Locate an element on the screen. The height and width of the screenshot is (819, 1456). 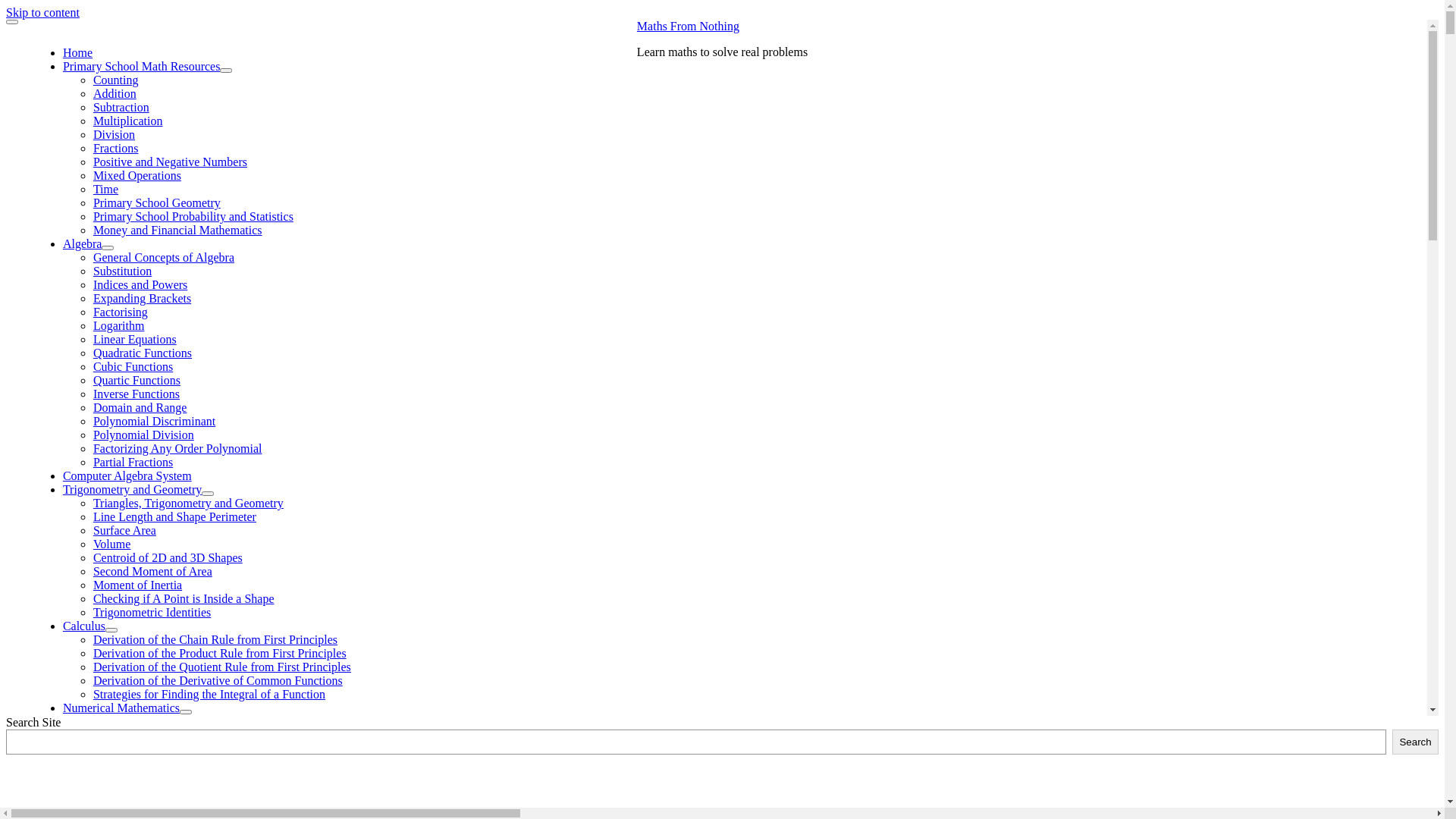
'Line Length and Shape Perimeter' is located at coordinates (174, 516).